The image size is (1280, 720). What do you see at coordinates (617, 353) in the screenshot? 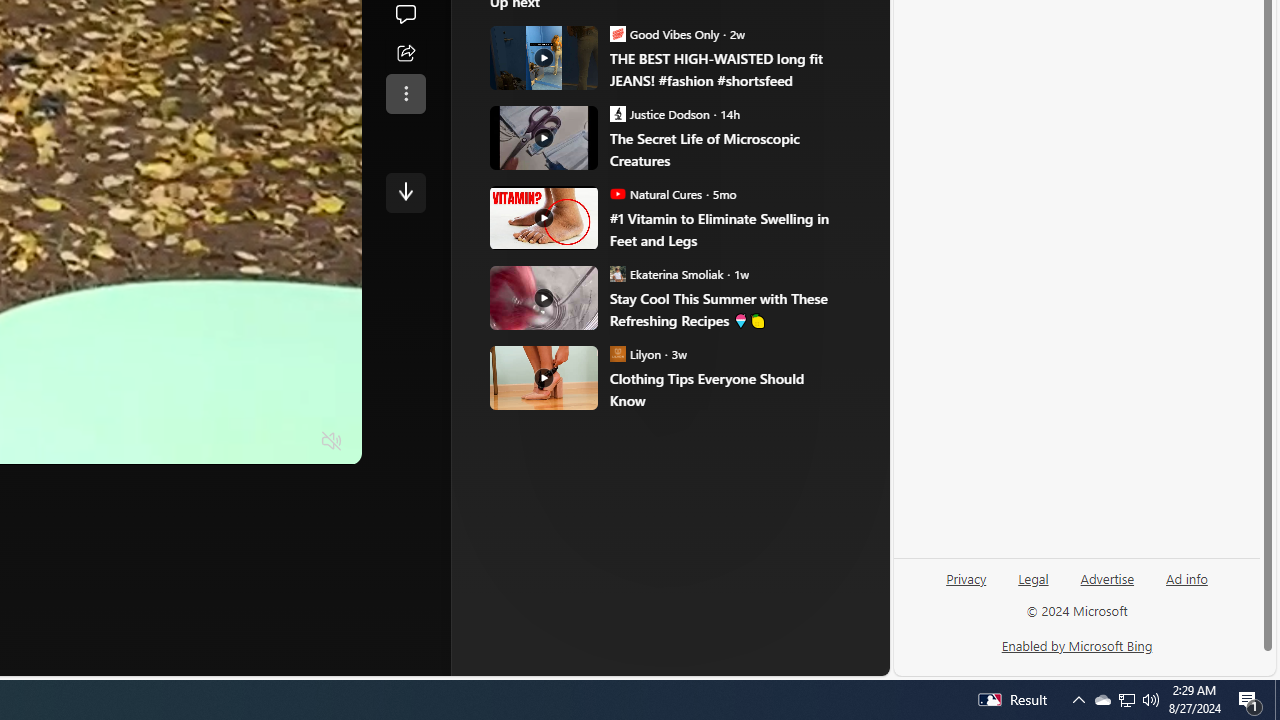
I see `'Lilyon'` at bounding box center [617, 353].